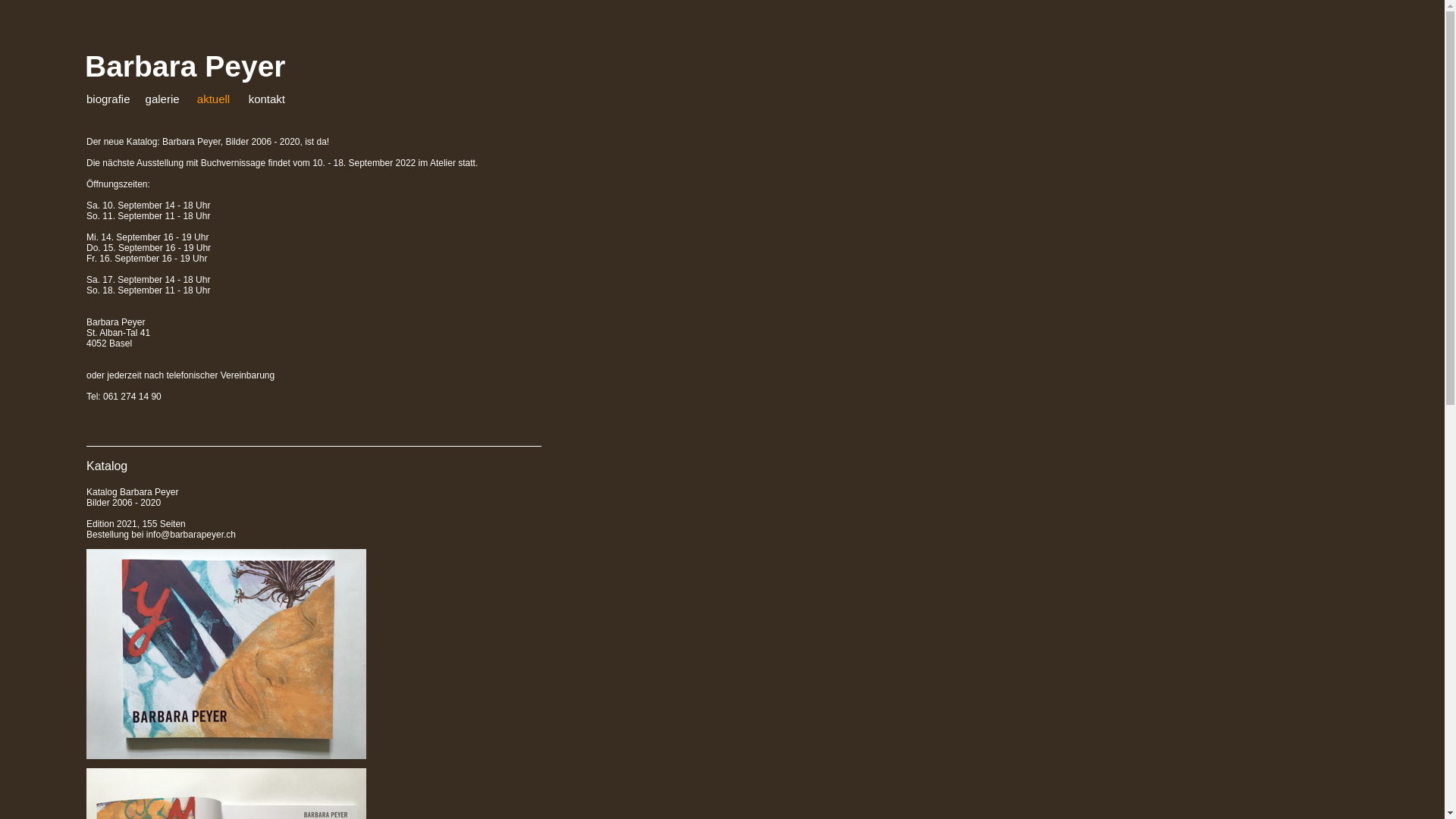 This screenshot has width=1456, height=819. What do you see at coordinates (266, 99) in the screenshot?
I see `'kontakt'` at bounding box center [266, 99].